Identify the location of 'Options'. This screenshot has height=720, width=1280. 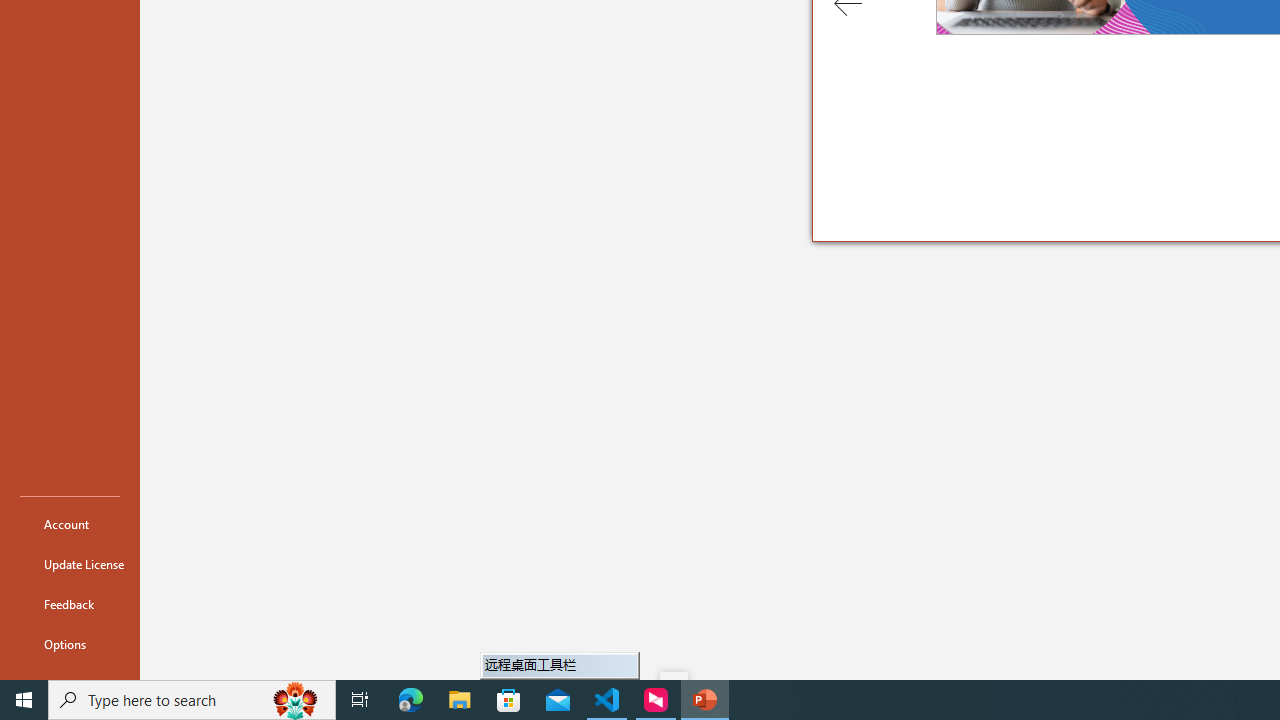
(69, 644).